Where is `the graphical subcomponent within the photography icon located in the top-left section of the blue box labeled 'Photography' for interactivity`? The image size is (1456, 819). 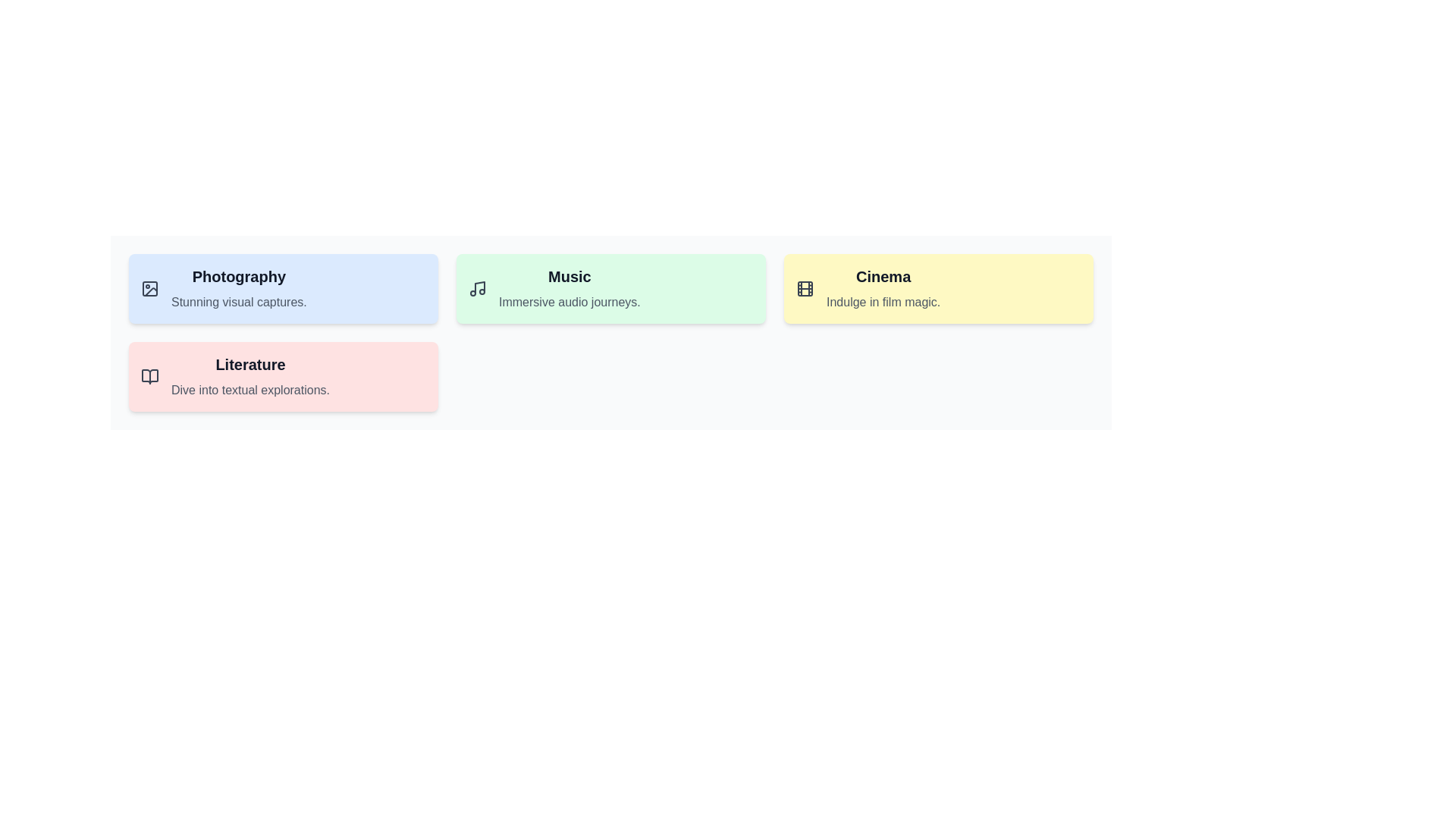 the graphical subcomponent within the photography icon located in the top-left section of the blue box labeled 'Photography' for interactivity is located at coordinates (149, 289).